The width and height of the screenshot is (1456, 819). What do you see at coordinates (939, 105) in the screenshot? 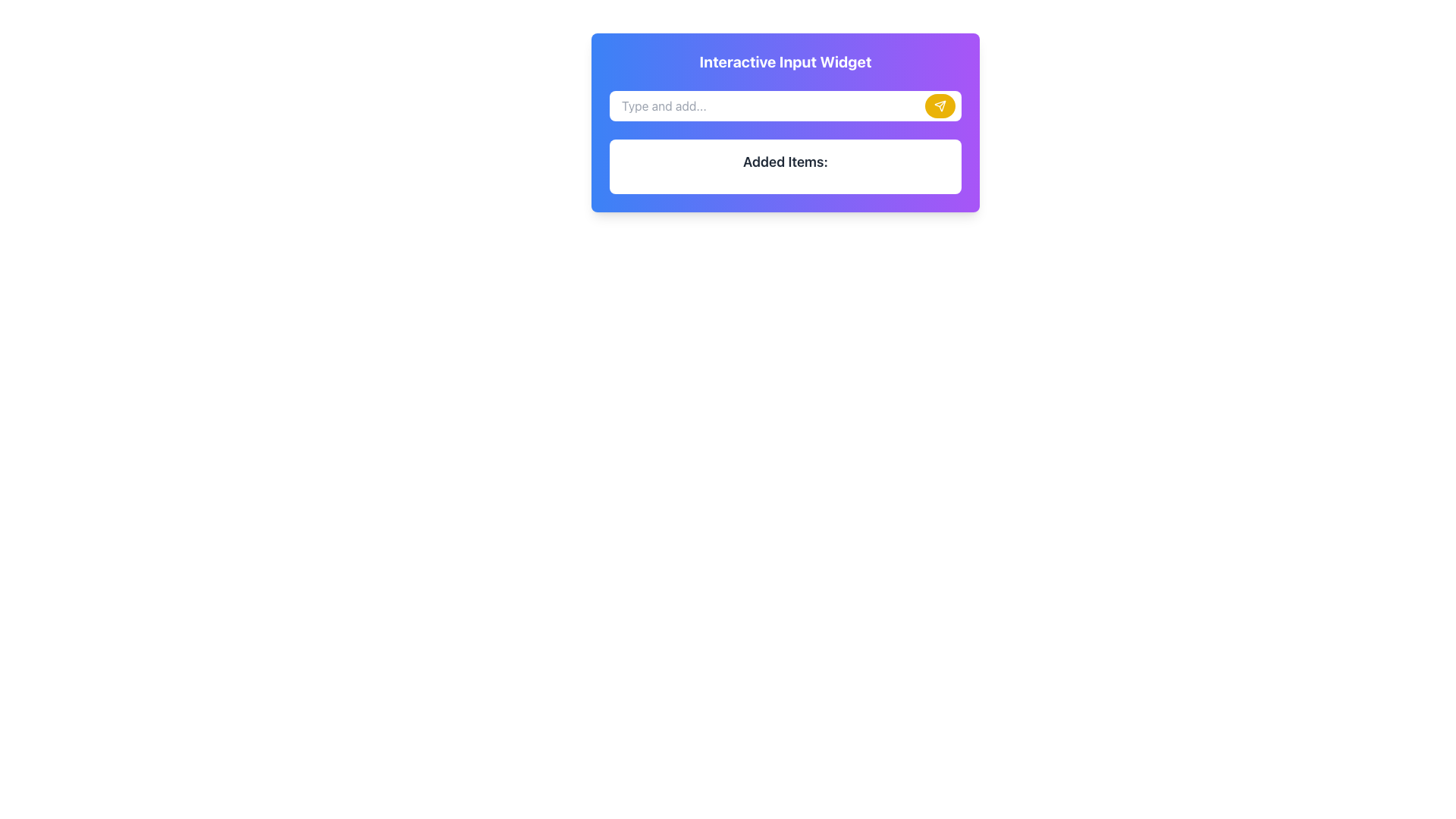
I see `the yellow circular button with a paper plane icon located on the right end of the input field within the 'Interactive Input Widget'` at bounding box center [939, 105].